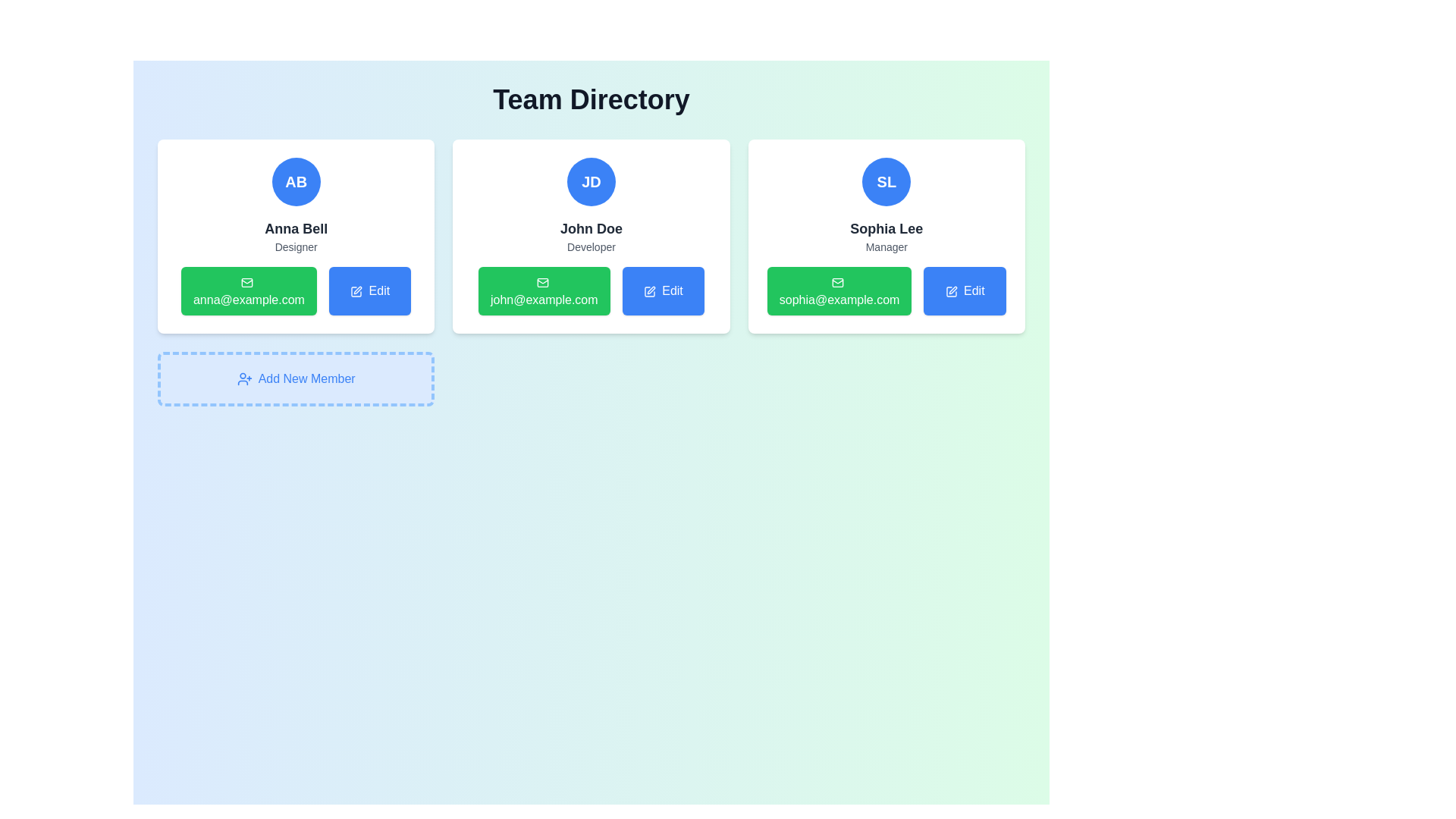 This screenshot has height=819, width=1456. Describe the element at coordinates (590, 291) in the screenshot. I see `the green button displaying 'john@example.com' in the 'Team Directory' section` at that location.